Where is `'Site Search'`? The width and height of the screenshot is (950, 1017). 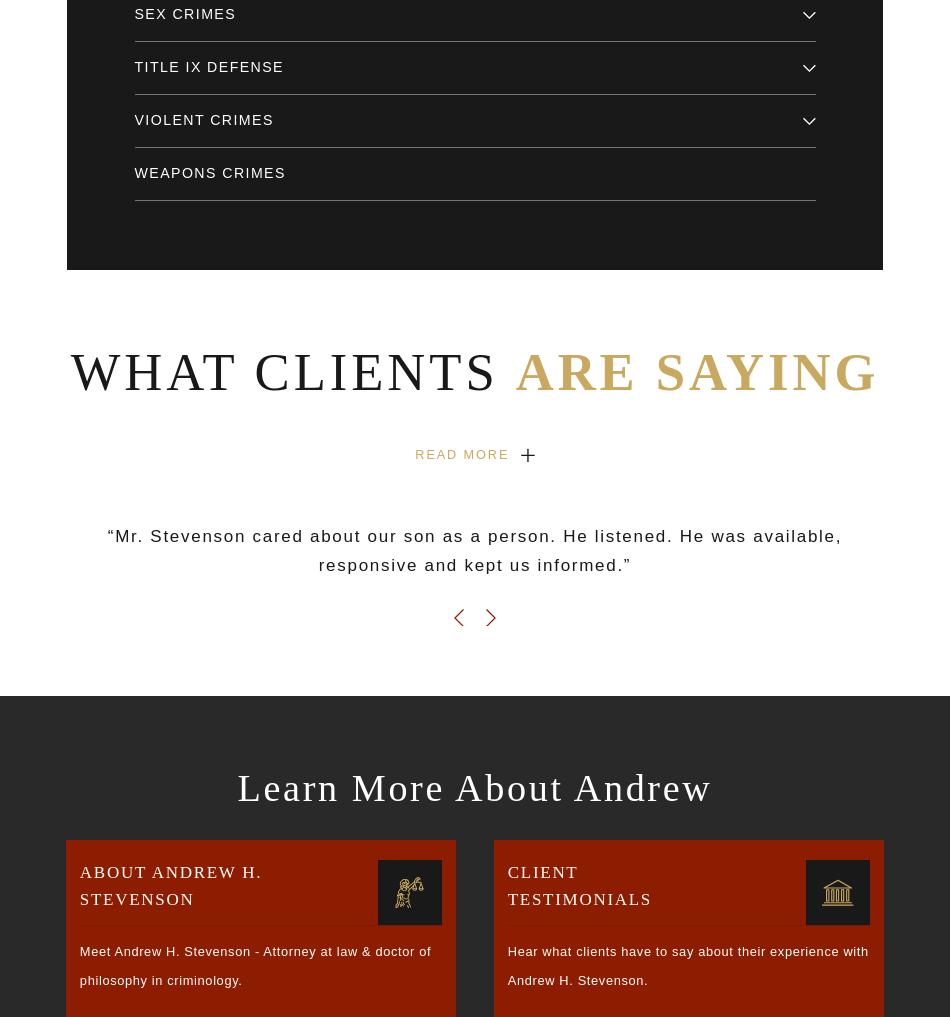
'Site Search' is located at coordinates (114, 637).